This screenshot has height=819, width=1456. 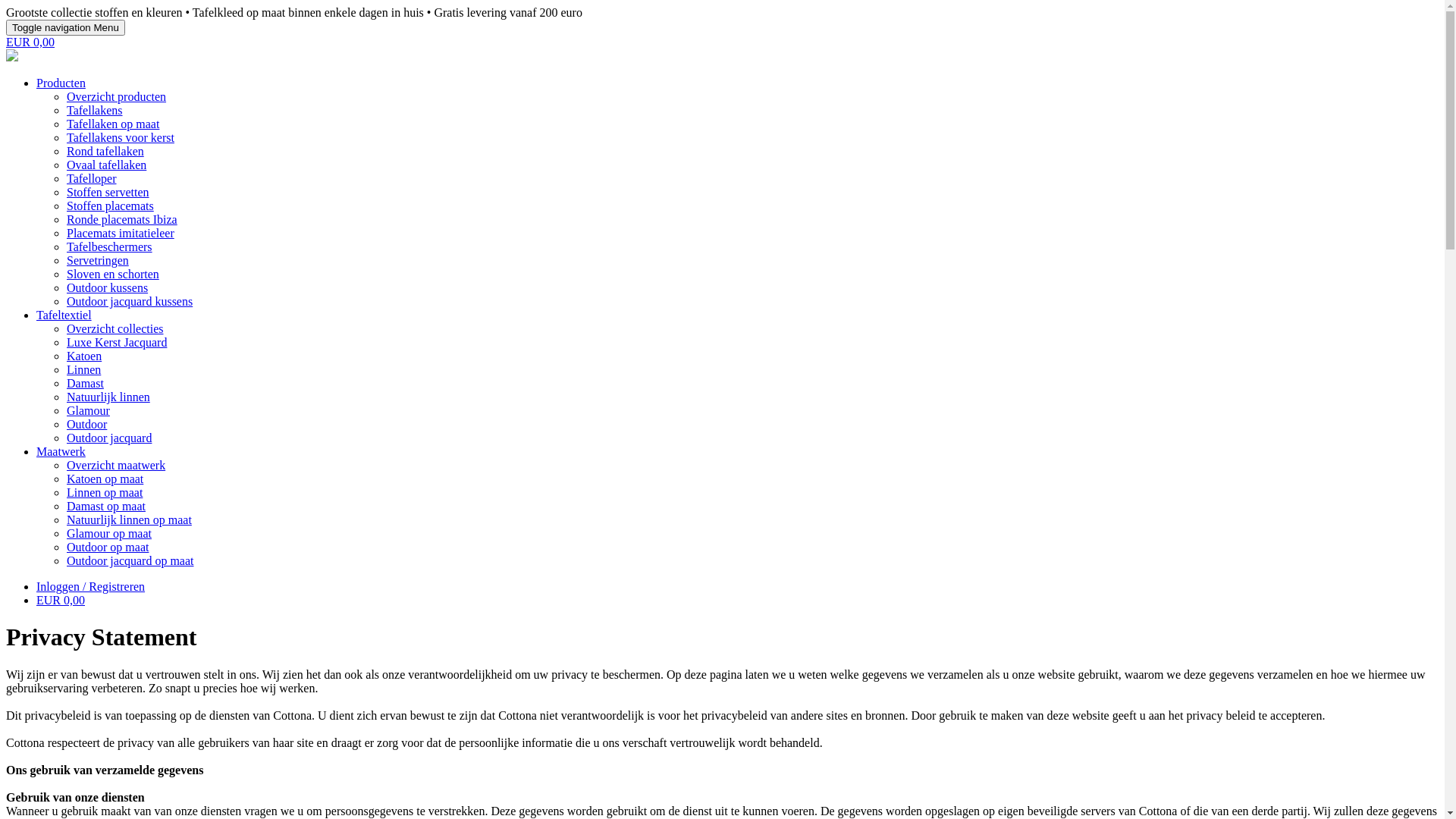 I want to click on 'Tafellaken op maat', so click(x=111, y=123).